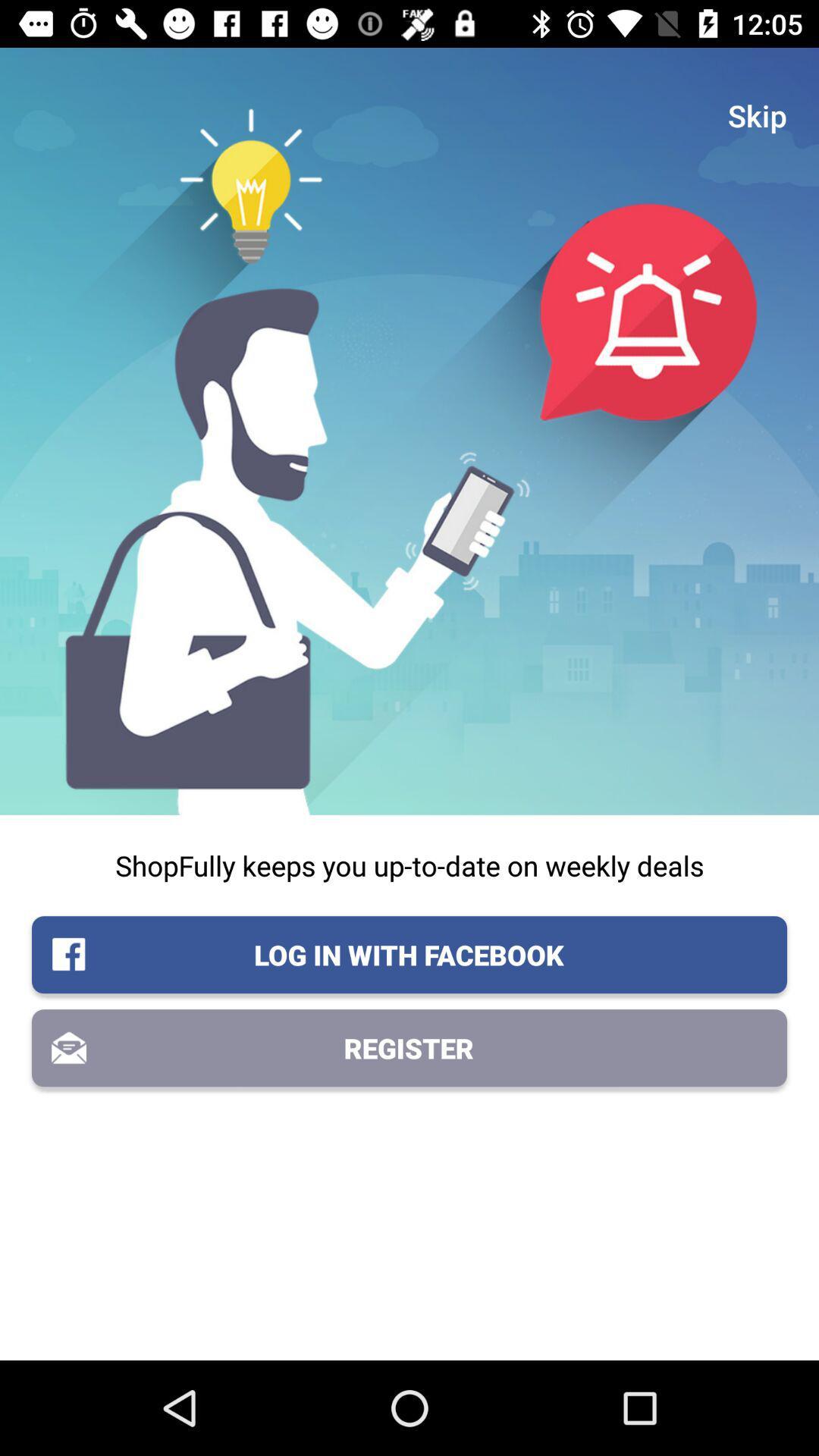 The image size is (819, 1456). Describe the element at coordinates (409, 1047) in the screenshot. I see `register item` at that location.